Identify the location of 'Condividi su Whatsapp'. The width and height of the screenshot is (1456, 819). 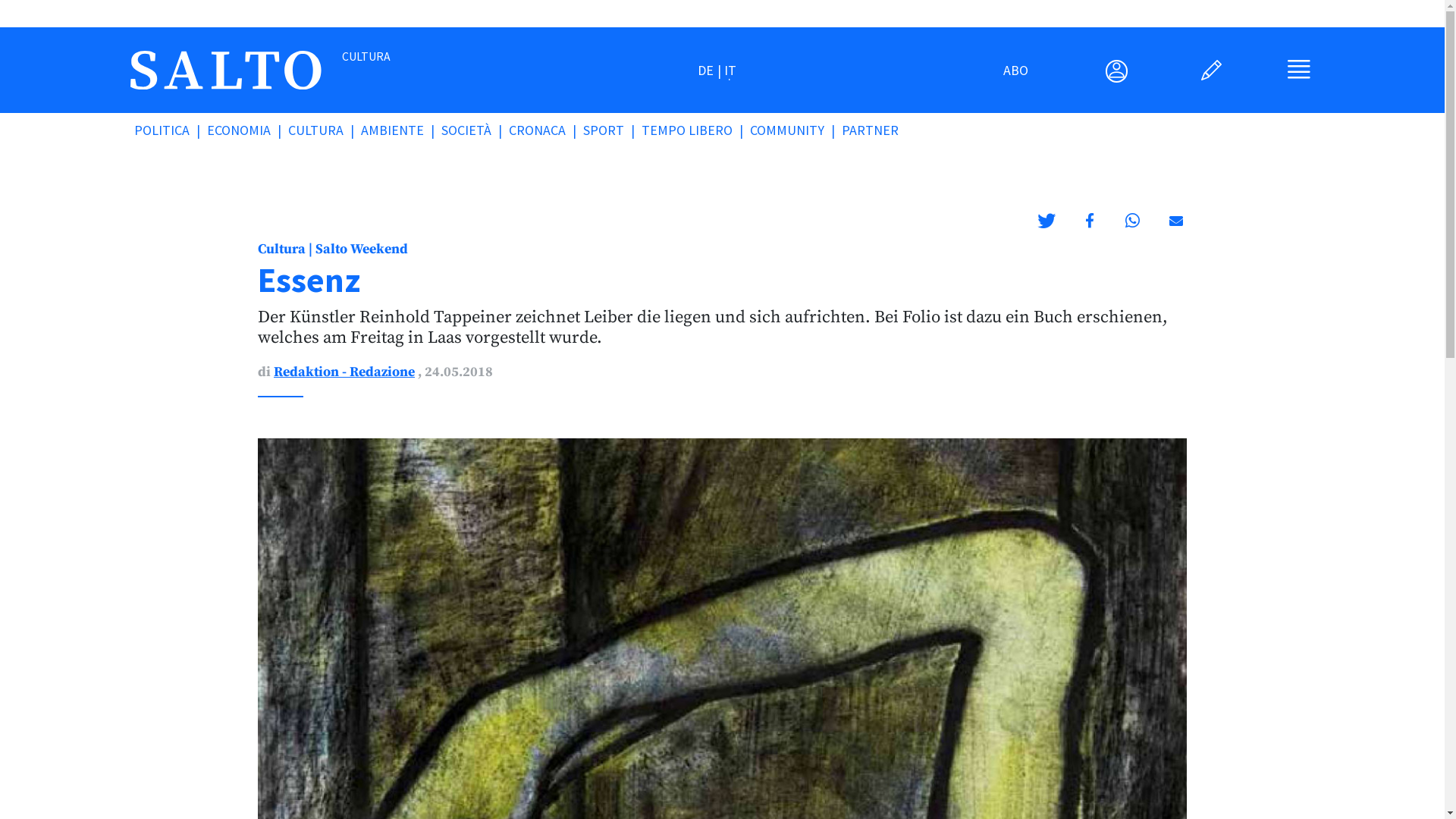
(1121, 219).